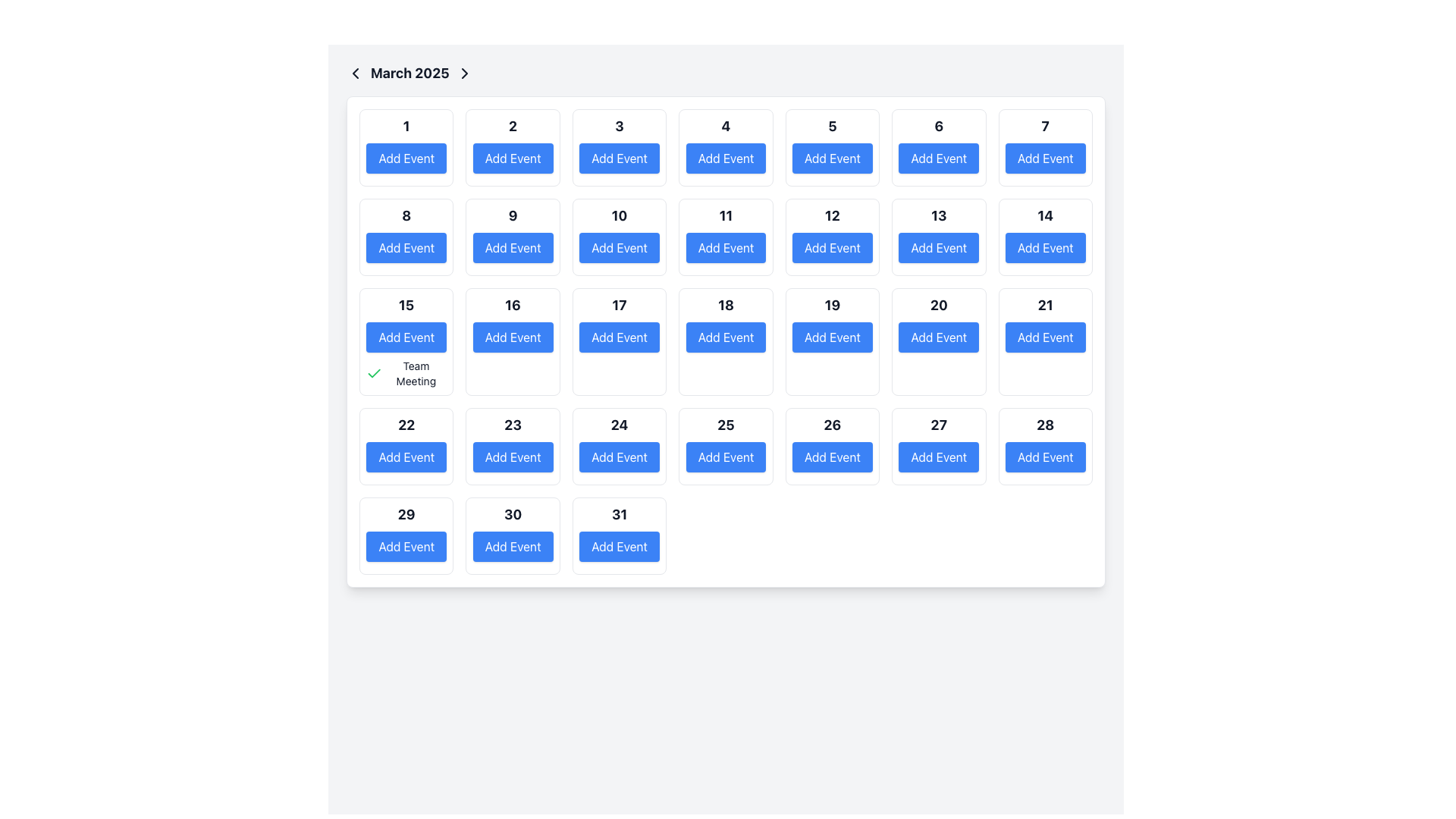  Describe the element at coordinates (938, 336) in the screenshot. I see `the 'Add Event' button, which is a rounded rectangular button with a solid blue background and white text, located in the grid for March 20, 2025` at that location.